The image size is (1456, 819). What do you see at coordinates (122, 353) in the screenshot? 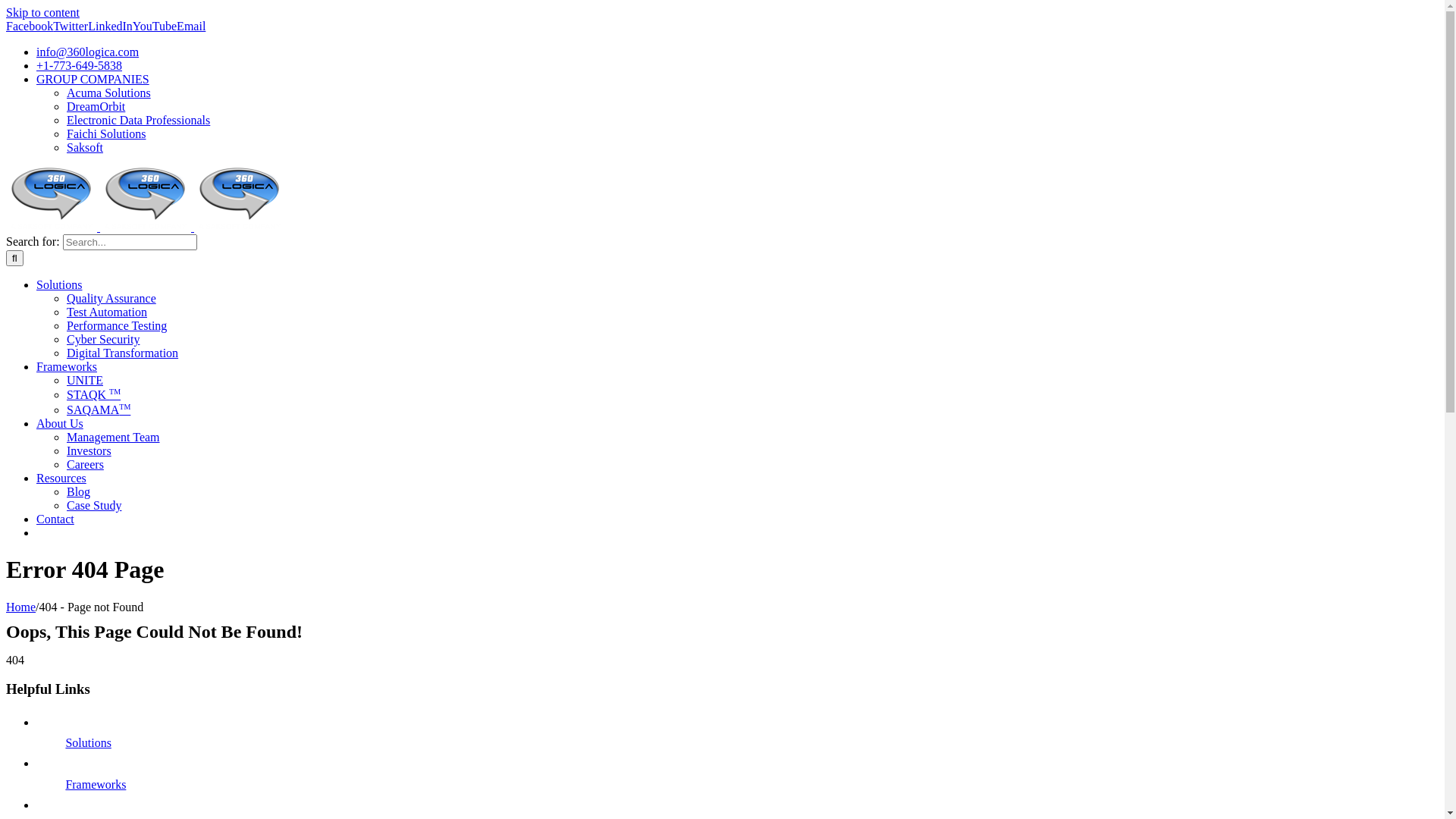
I see `'Digital Transformation'` at bounding box center [122, 353].